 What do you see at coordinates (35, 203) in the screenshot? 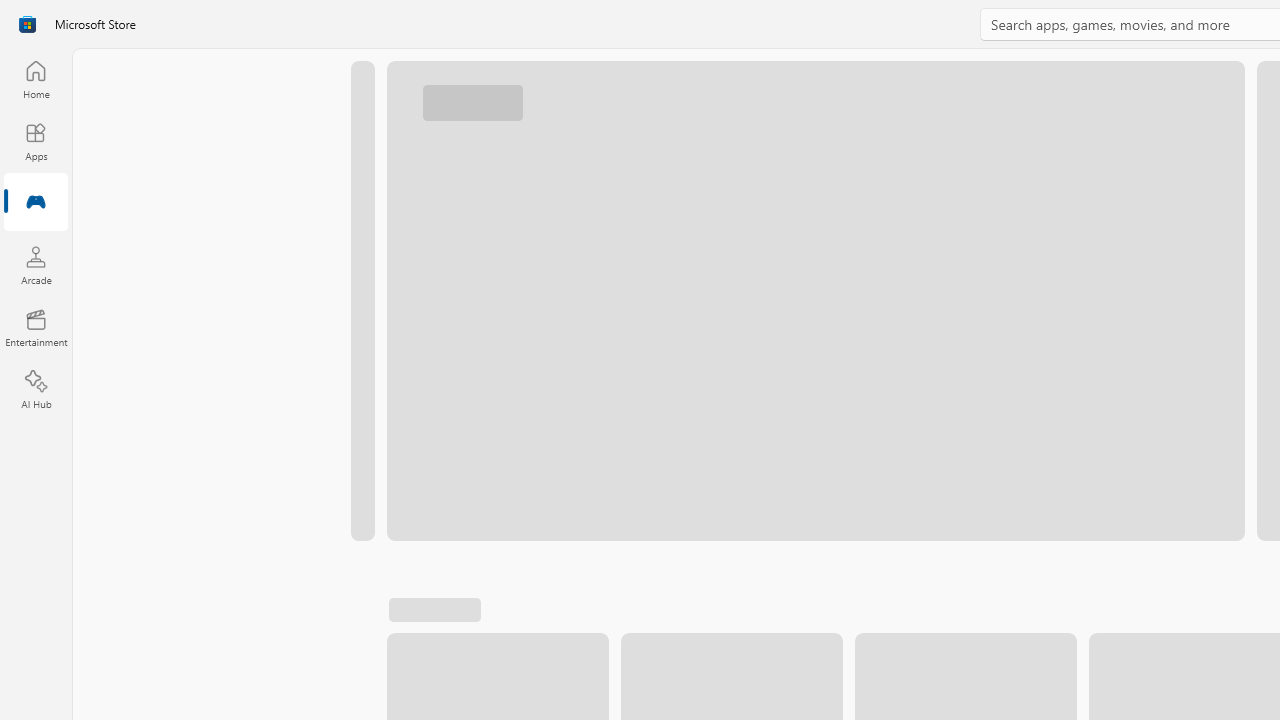
I see `'Gaming'` at bounding box center [35, 203].